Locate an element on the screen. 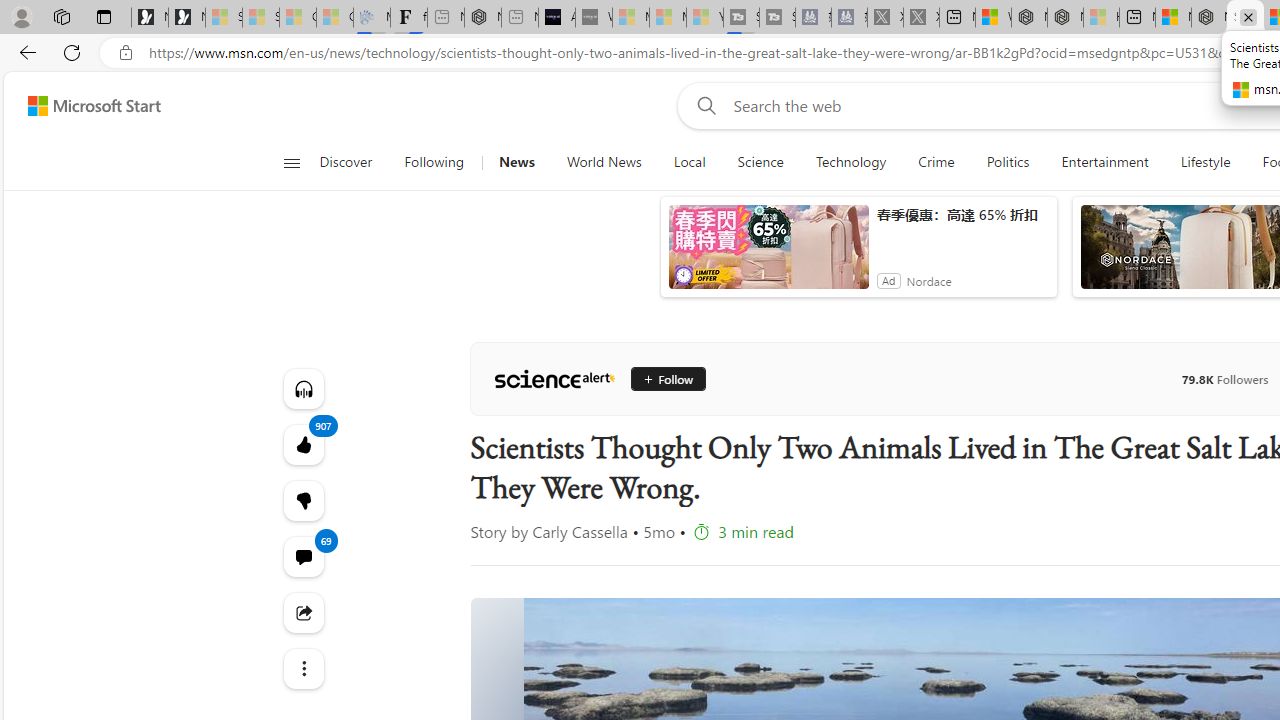 The image size is (1280, 720). 'Open navigation menu' is located at coordinates (290, 162).